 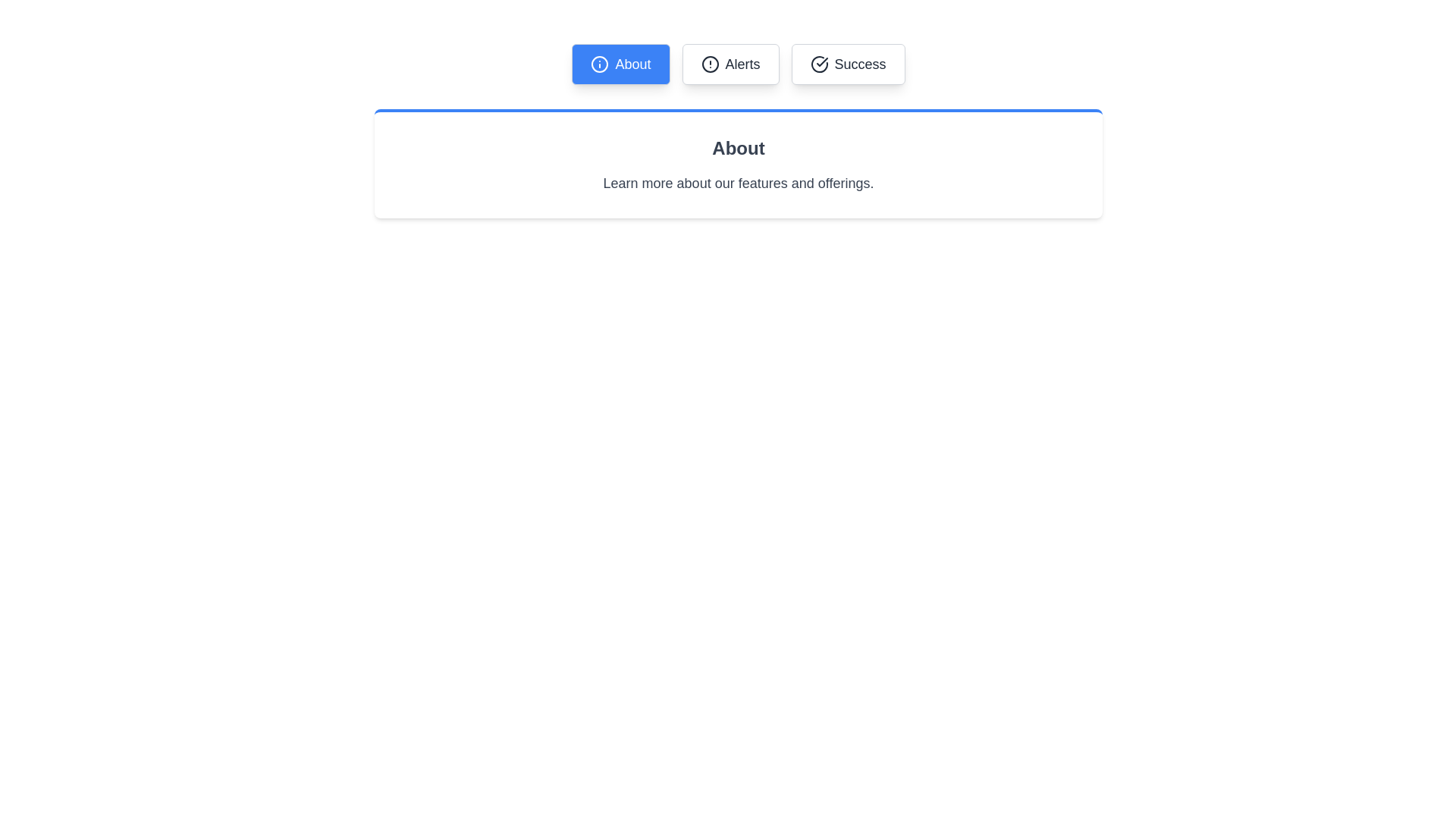 I want to click on the header text element within the card that indicates the content or context, positioned above the 'Learn more about our features and offerings.' text, so click(x=739, y=149).